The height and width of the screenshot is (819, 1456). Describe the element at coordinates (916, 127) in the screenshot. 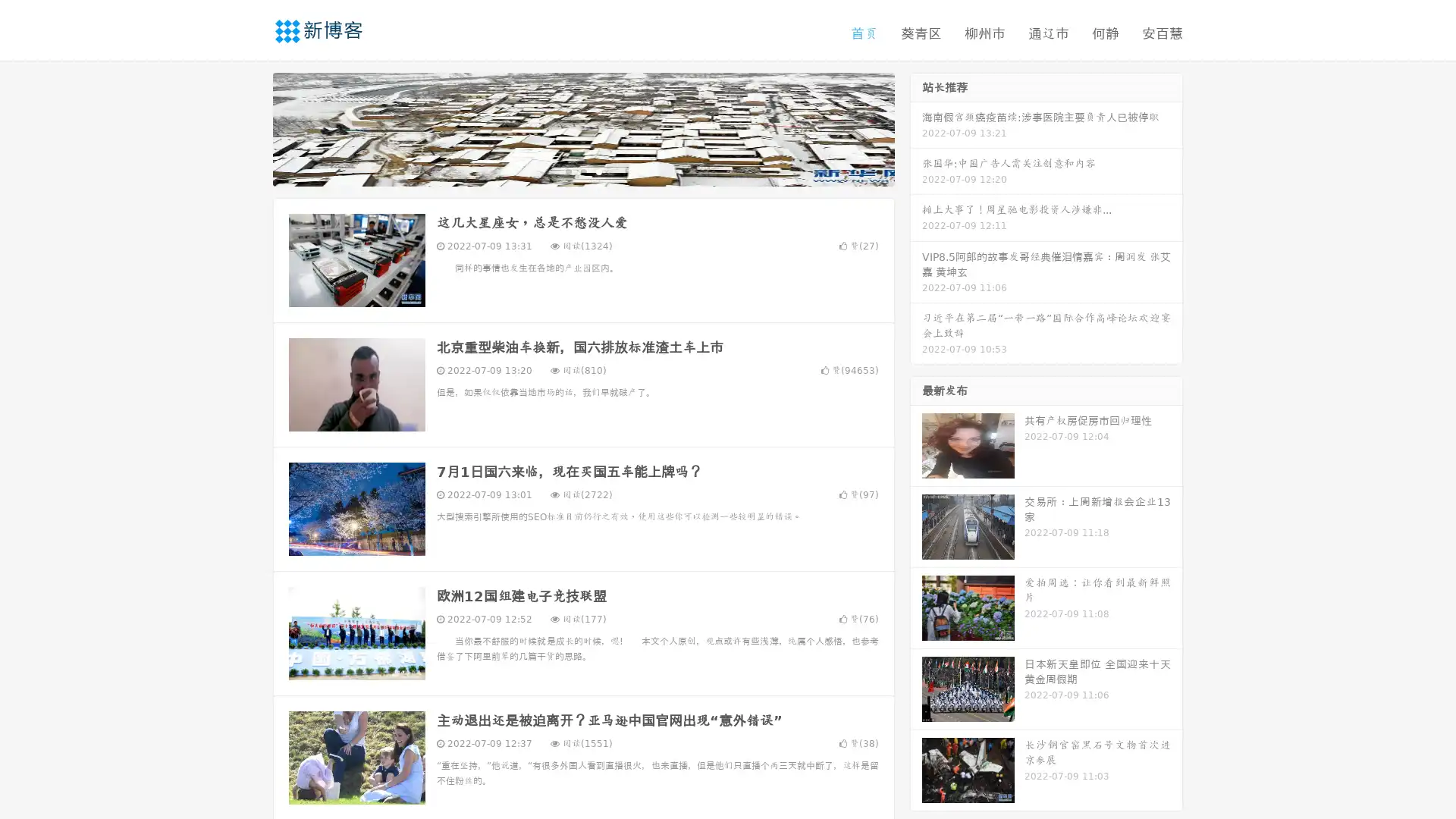

I see `Next slide` at that location.